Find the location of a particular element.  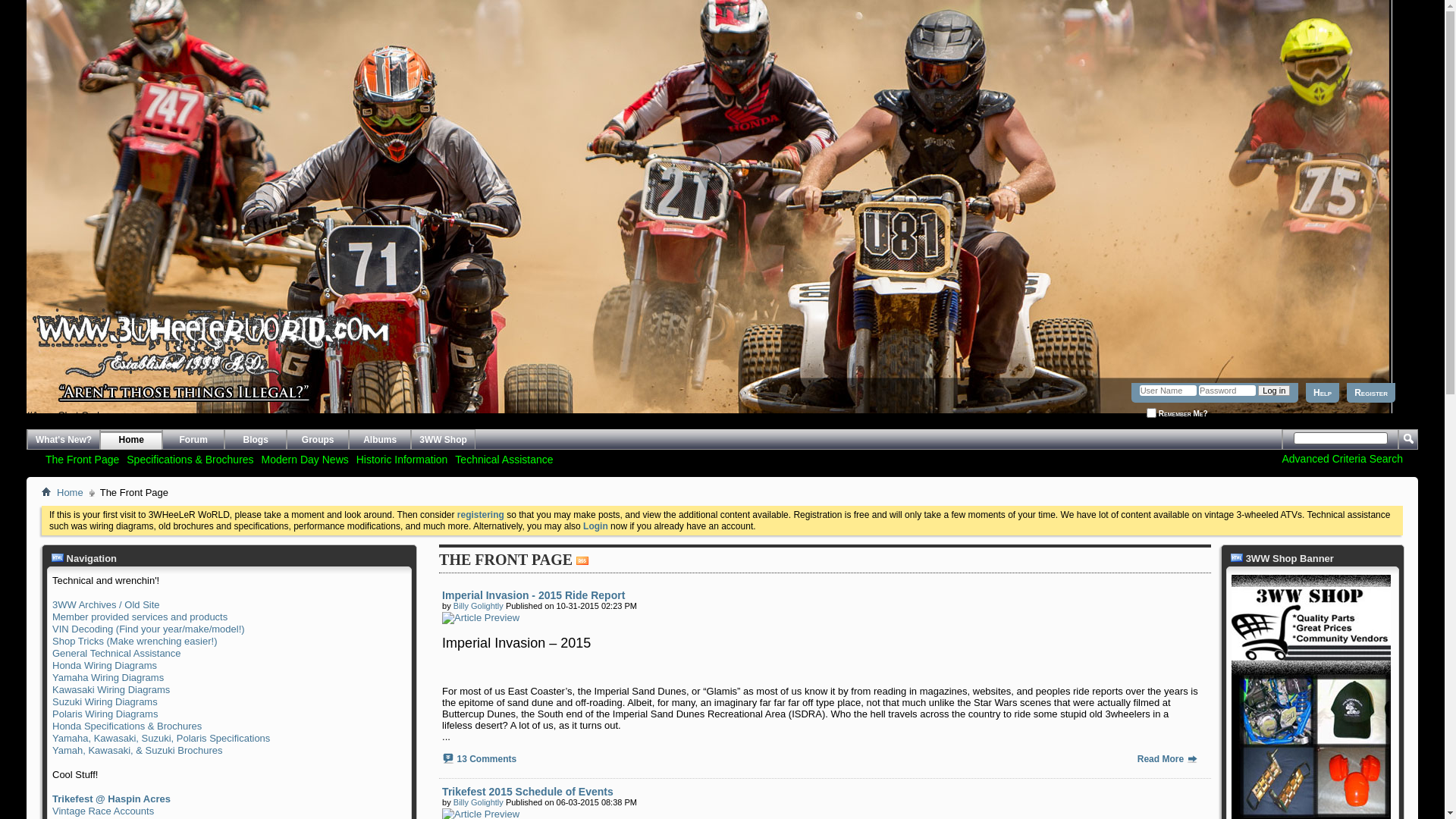

'Member provided services and products' is located at coordinates (140, 617).